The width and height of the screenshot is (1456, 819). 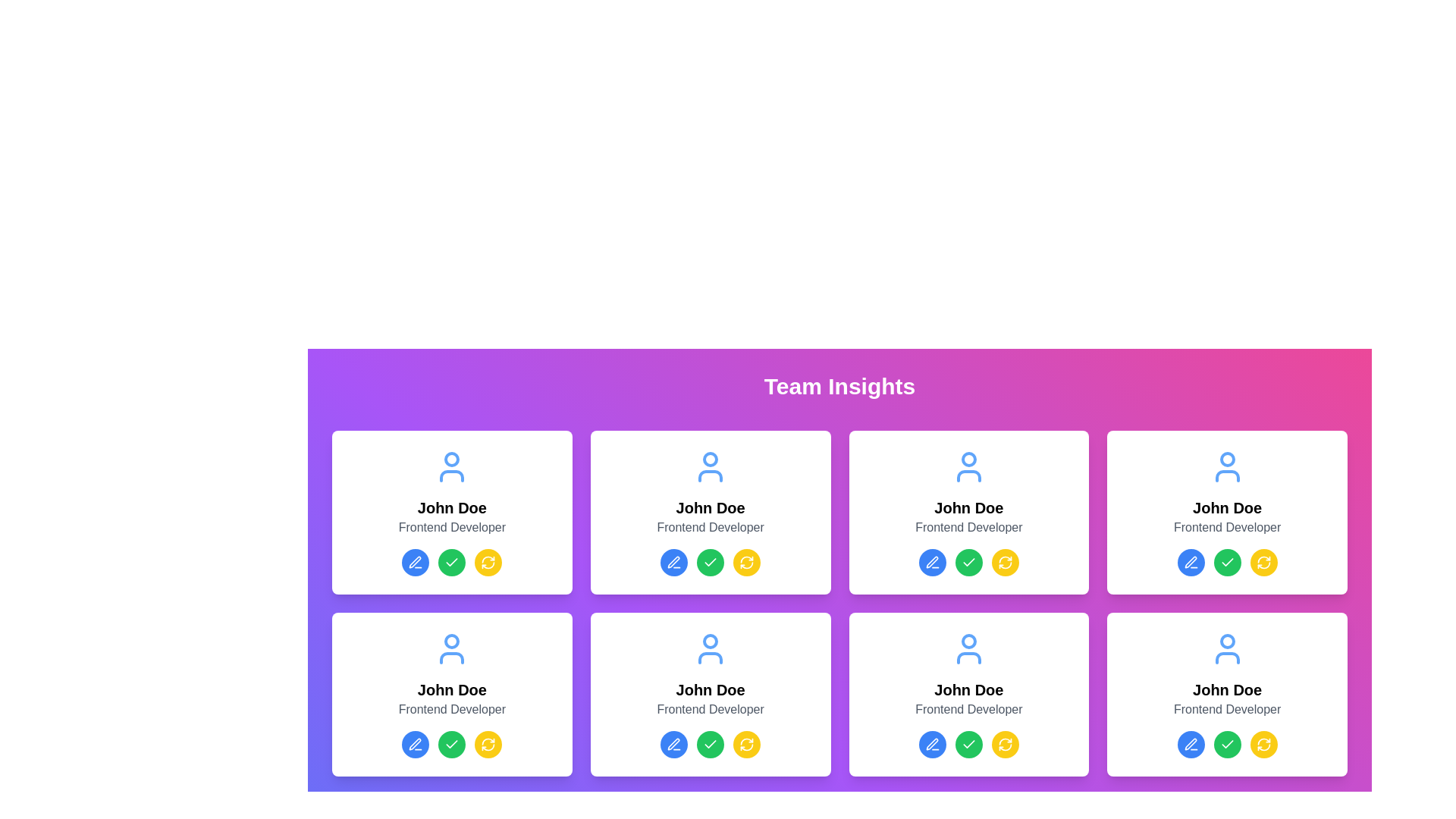 What do you see at coordinates (488, 744) in the screenshot?
I see `the circular yellow refresh button located in the bottom row of the card, which features an icon of two arrows in a circular motion` at bounding box center [488, 744].